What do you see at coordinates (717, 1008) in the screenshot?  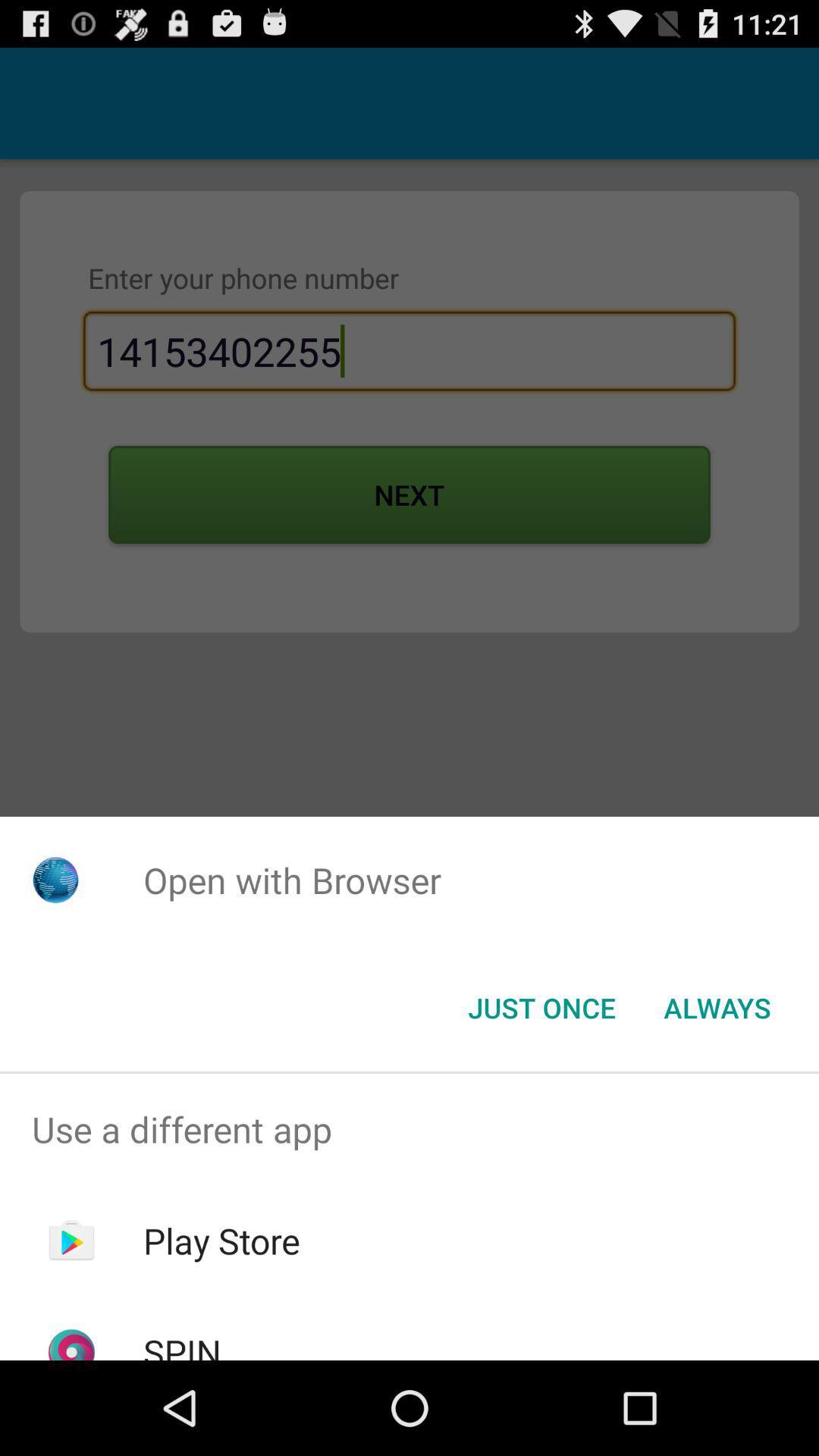 I see `the button at the bottom right corner` at bounding box center [717, 1008].